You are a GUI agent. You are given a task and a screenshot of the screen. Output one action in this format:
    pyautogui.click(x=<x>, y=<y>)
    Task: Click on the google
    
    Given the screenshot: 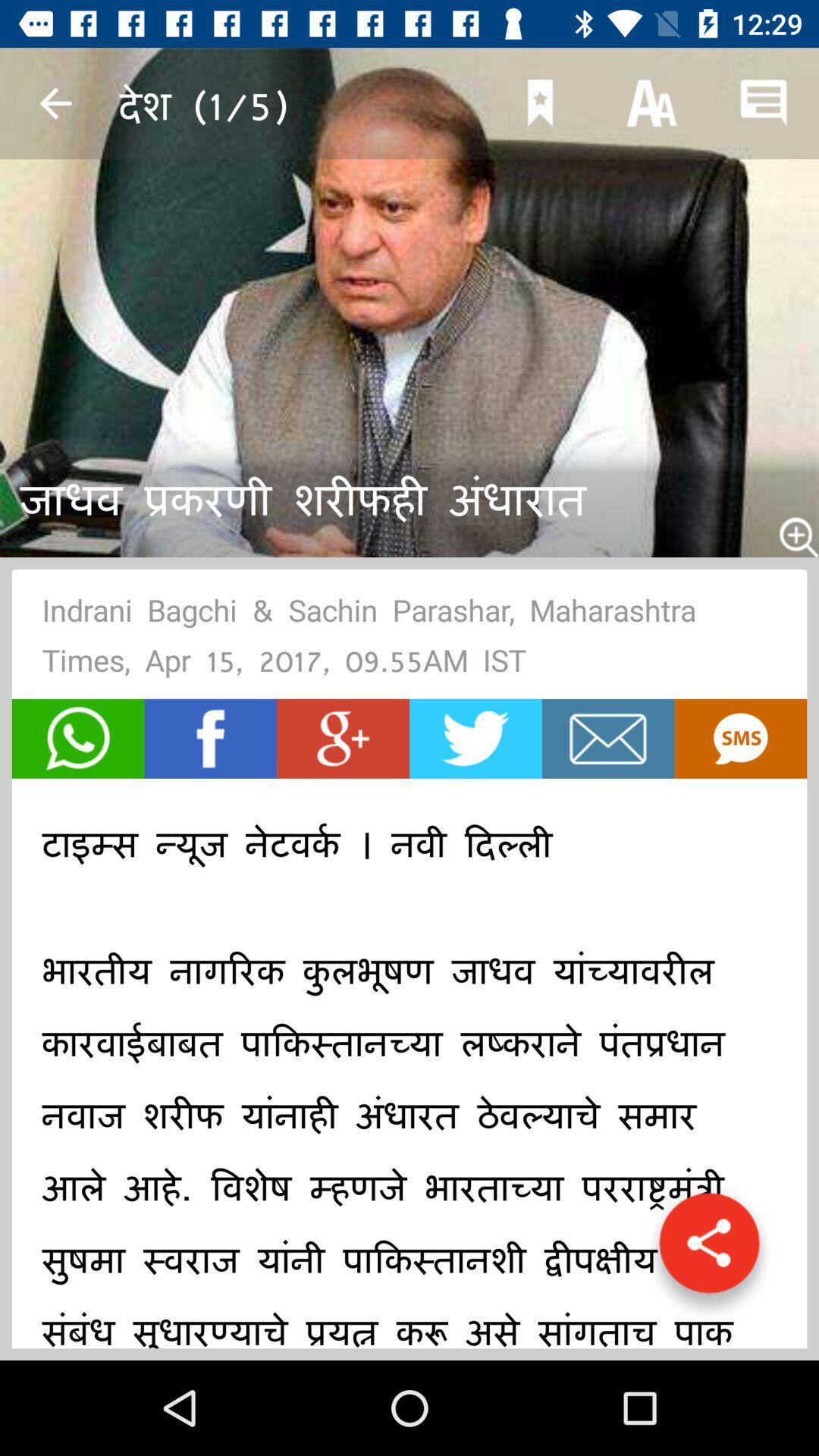 What is the action you would take?
    pyautogui.click(x=343, y=739)
    